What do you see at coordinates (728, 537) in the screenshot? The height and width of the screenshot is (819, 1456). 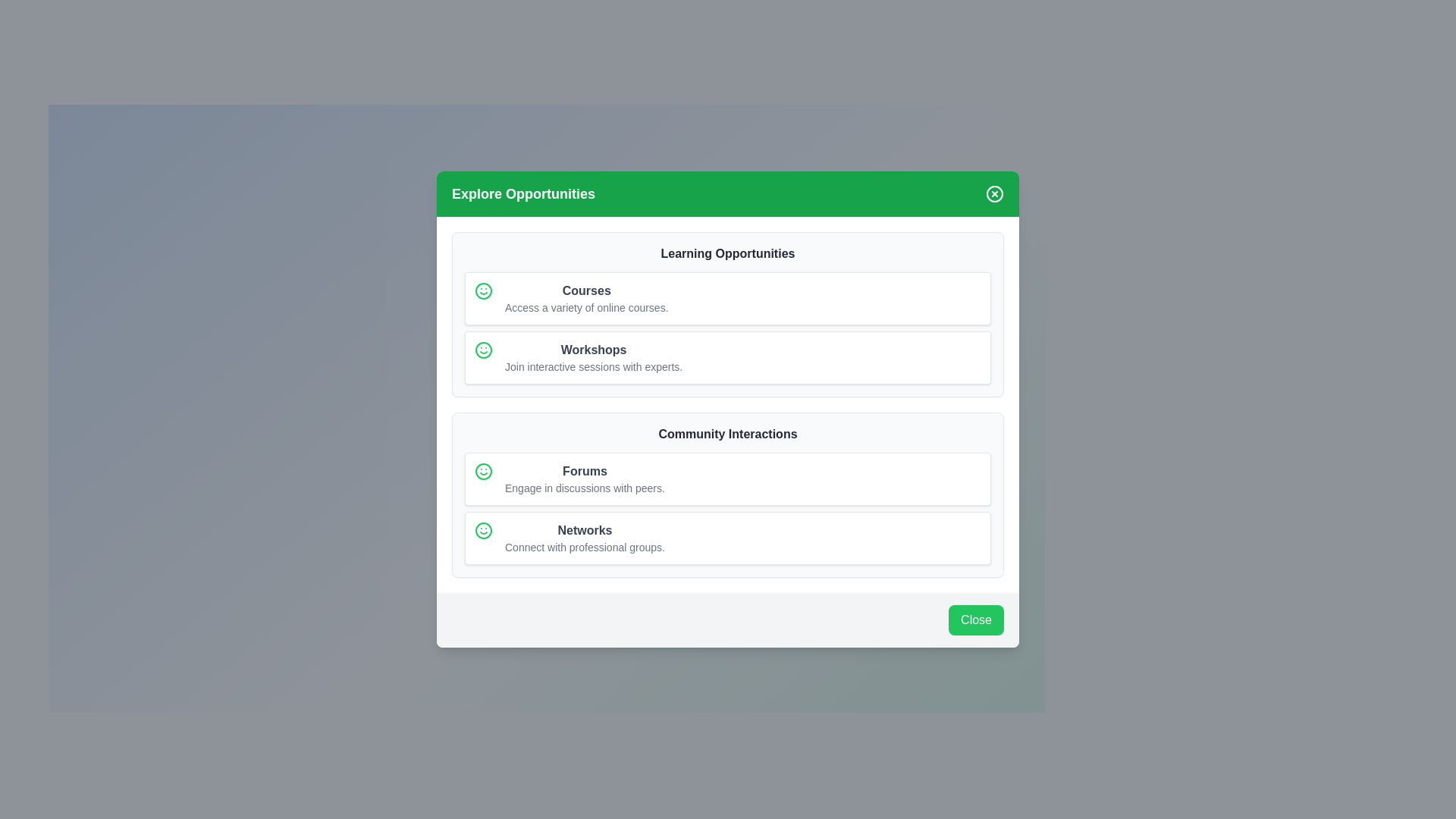 I see `the Card element located in the 'Community Interactions' section, specifically the second card below 'Forums', which provides a descriptive interface for connecting with professional groups` at bounding box center [728, 537].